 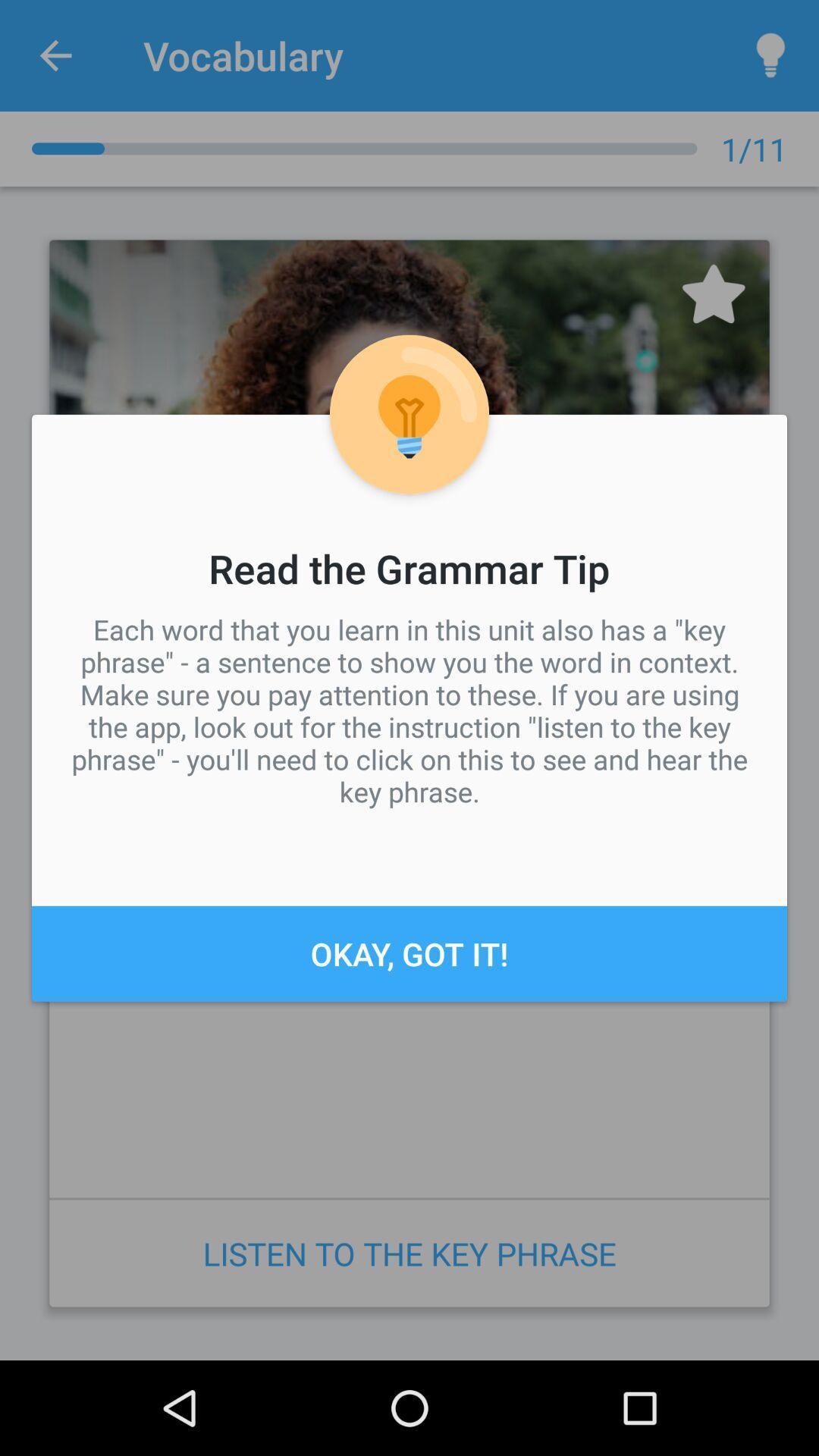 What do you see at coordinates (409, 952) in the screenshot?
I see `the okay, got it! item` at bounding box center [409, 952].